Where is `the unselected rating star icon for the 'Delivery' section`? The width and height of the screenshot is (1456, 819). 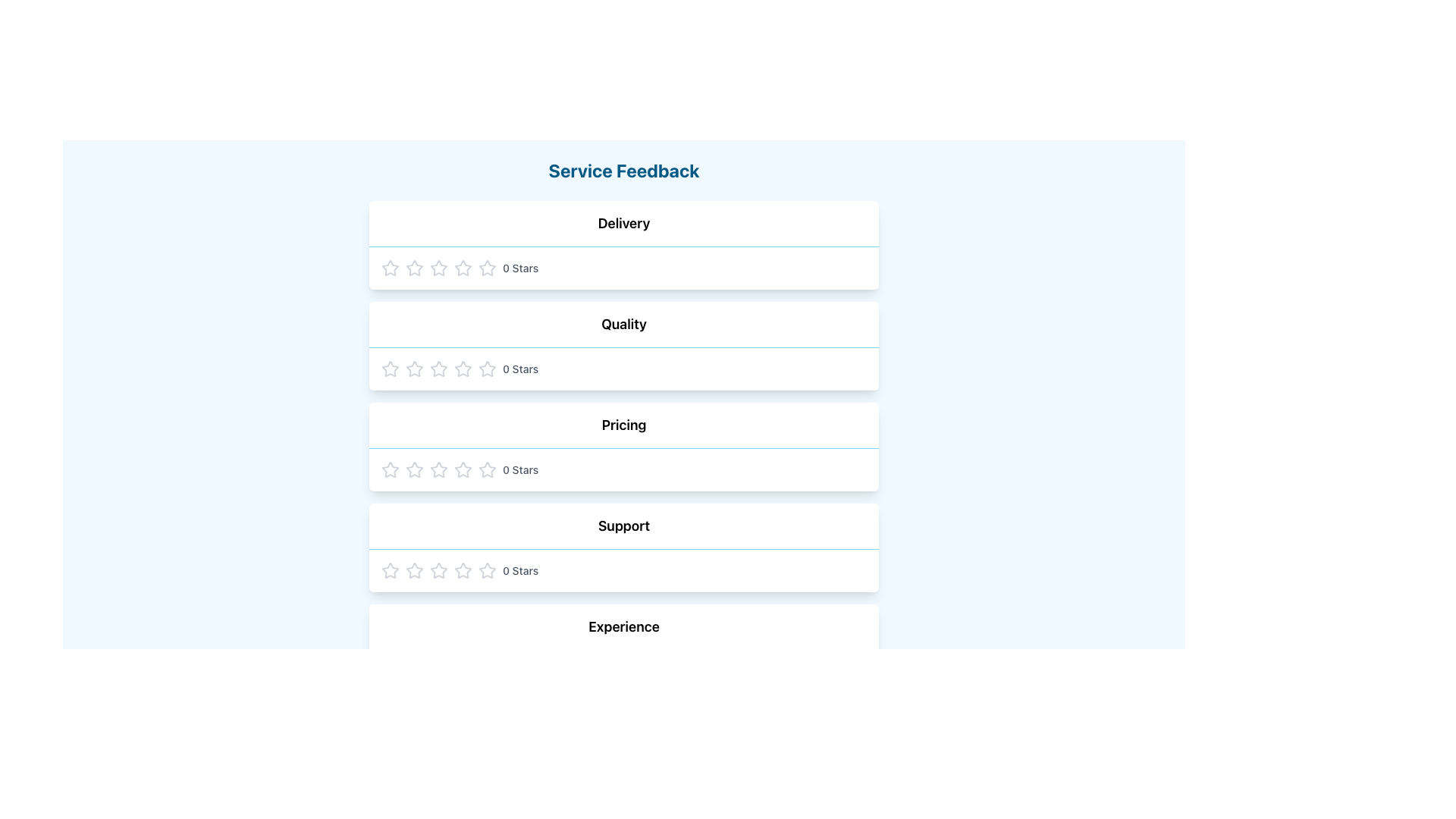 the unselected rating star icon for the 'Delivery' section is located at coordinates (488, 268).